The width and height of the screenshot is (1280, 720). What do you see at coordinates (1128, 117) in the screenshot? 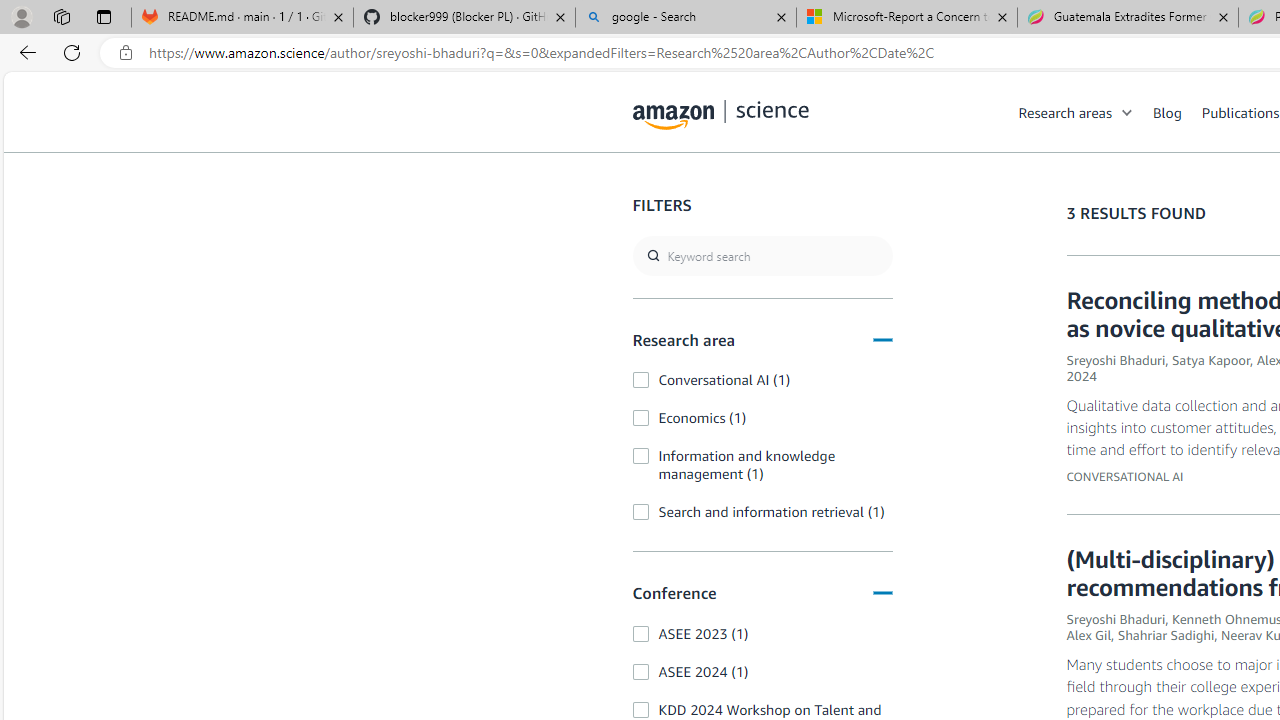
I see `'Class: chevron'` at bounding box center [1128, 117].